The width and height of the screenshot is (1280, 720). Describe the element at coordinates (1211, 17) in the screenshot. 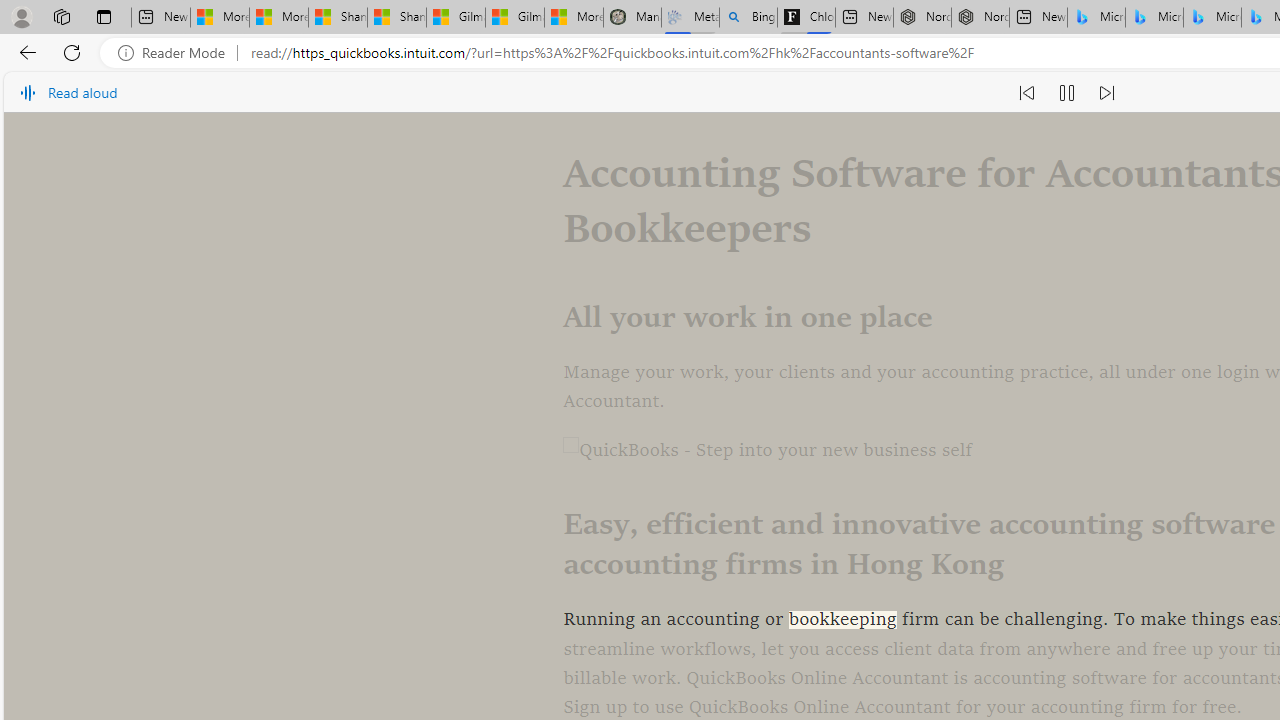

I see `'Microsoft Bing Travel - Shangri-La Hotel Bangkok'` at that location.